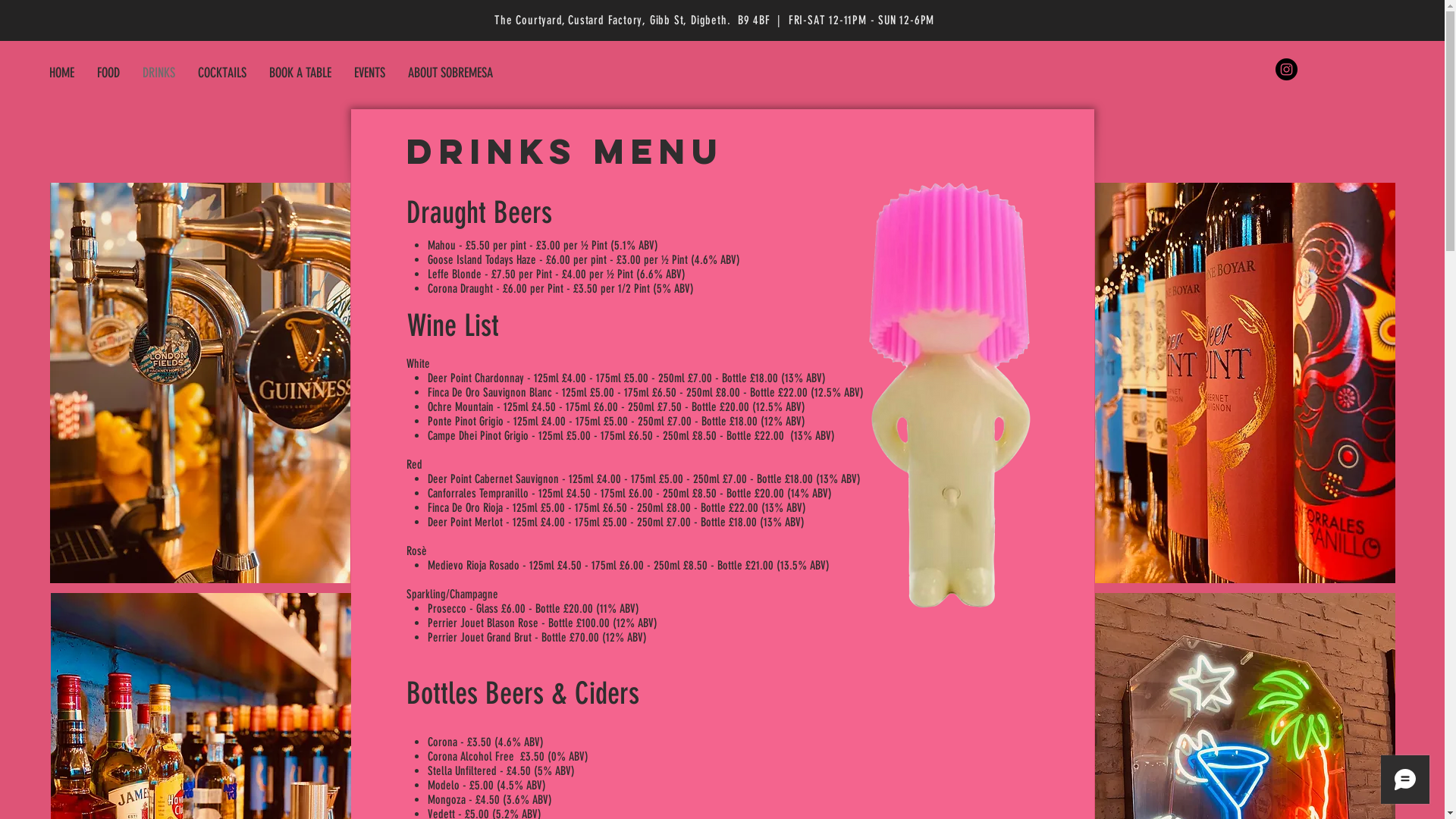  What do you see at coordinates (450, 73) in the screenshot?
I see `'ABOUT SOBREMESA'` at bounding box center [450, 73].